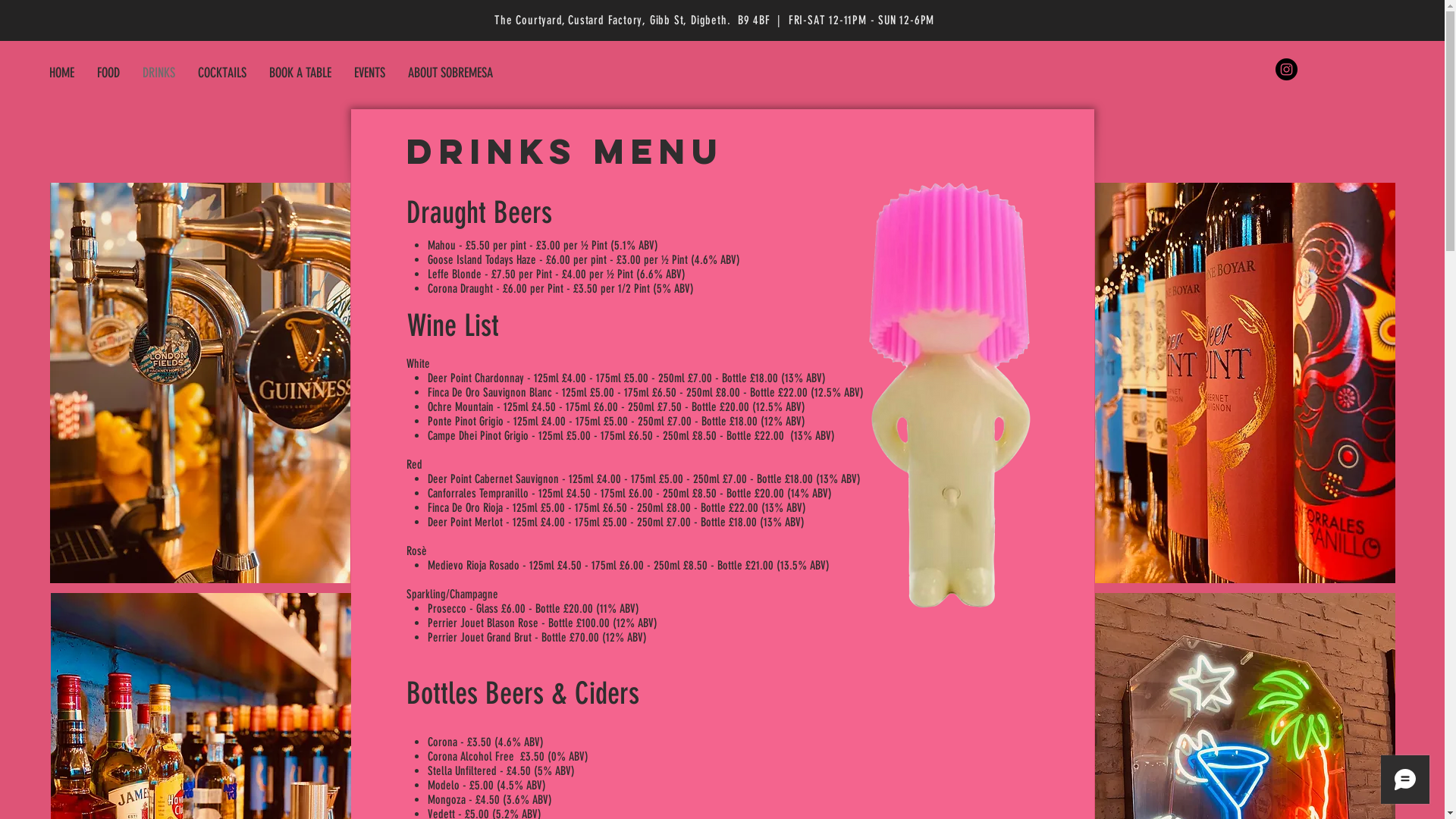  What do you see at coordinates (450, 73) in the screenshot?
I see `'ABOUT SOBREMESA'` at bounding box center [450, 73].